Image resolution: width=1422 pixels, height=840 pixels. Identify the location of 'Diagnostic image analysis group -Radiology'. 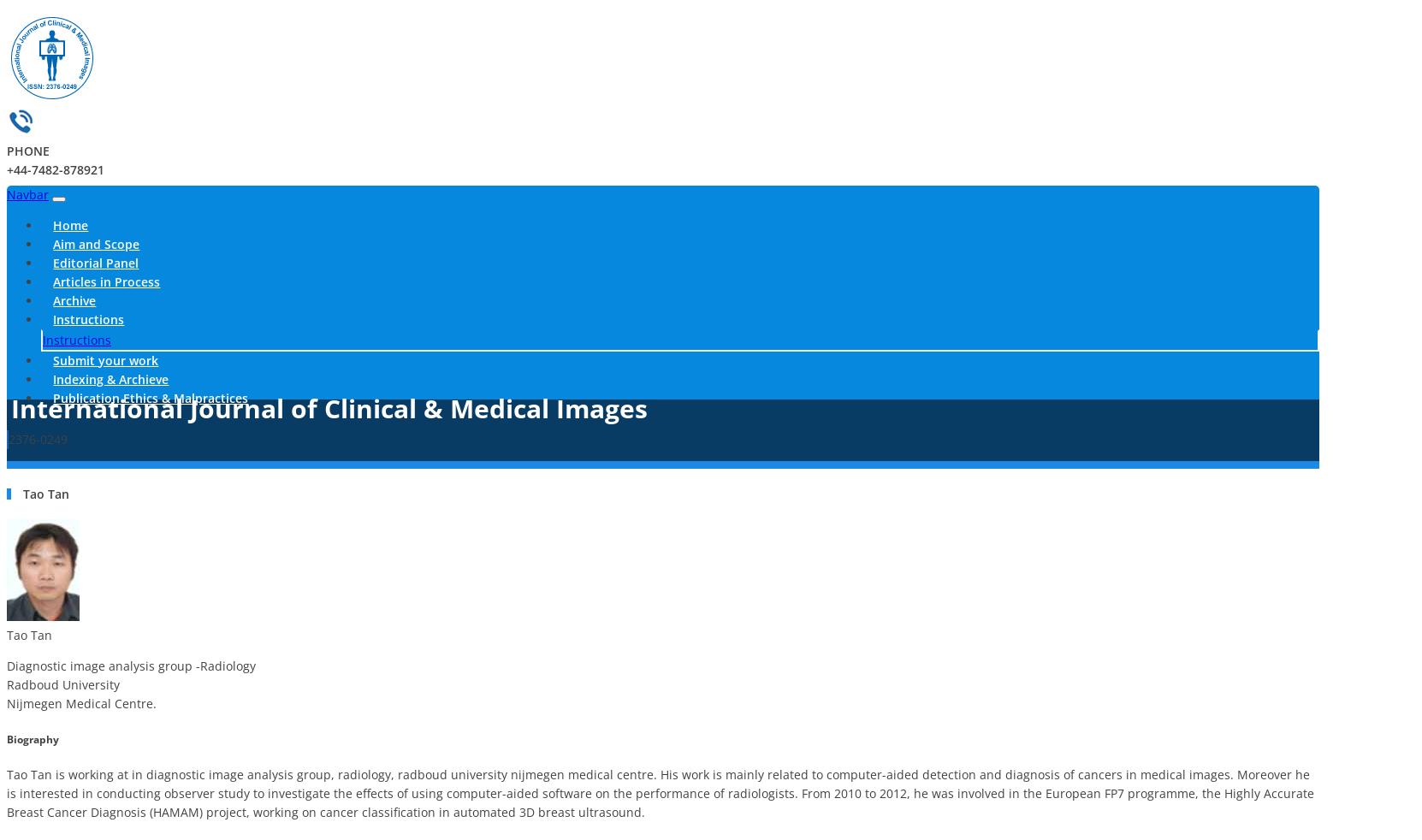
(131, 665).